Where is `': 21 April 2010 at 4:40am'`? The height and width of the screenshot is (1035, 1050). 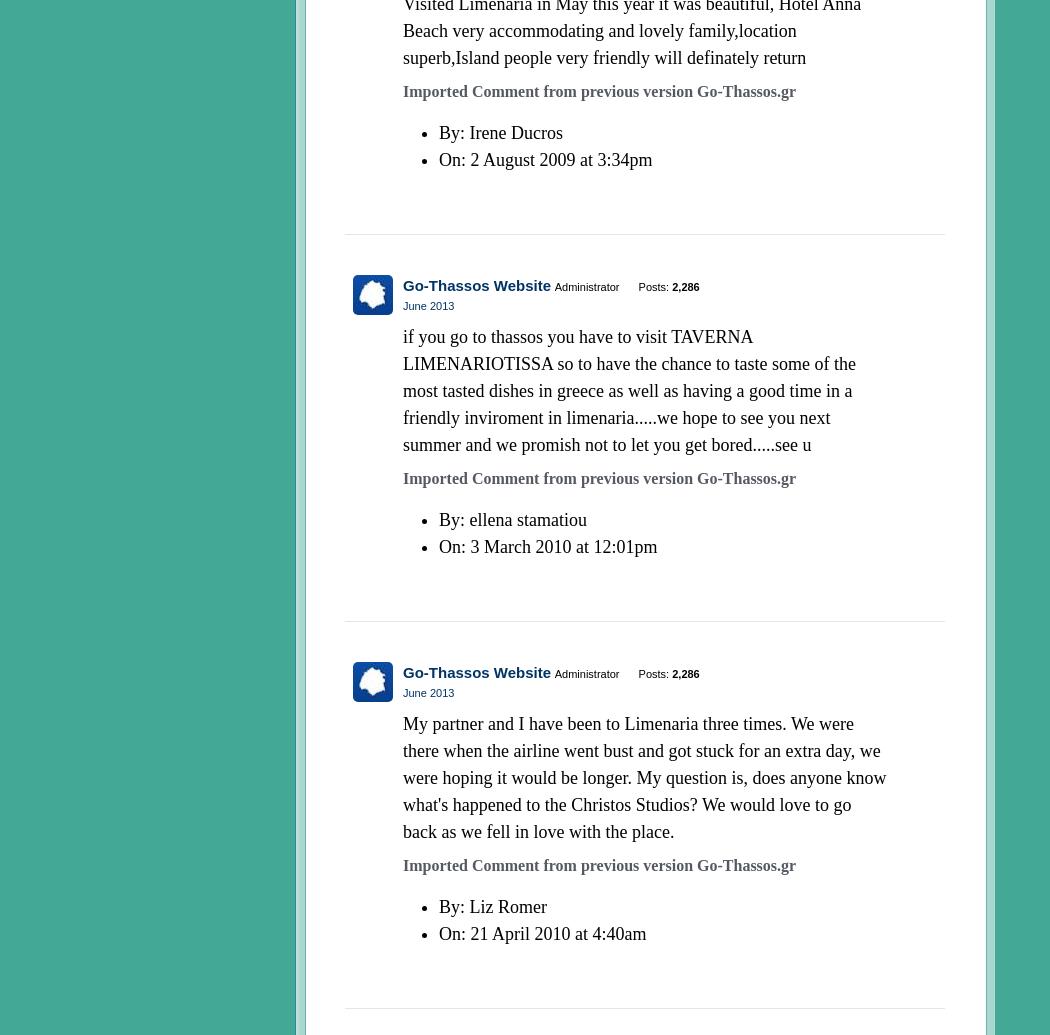
': 21 April 2010 at 4:40am' is located at coordinates (553, 932).